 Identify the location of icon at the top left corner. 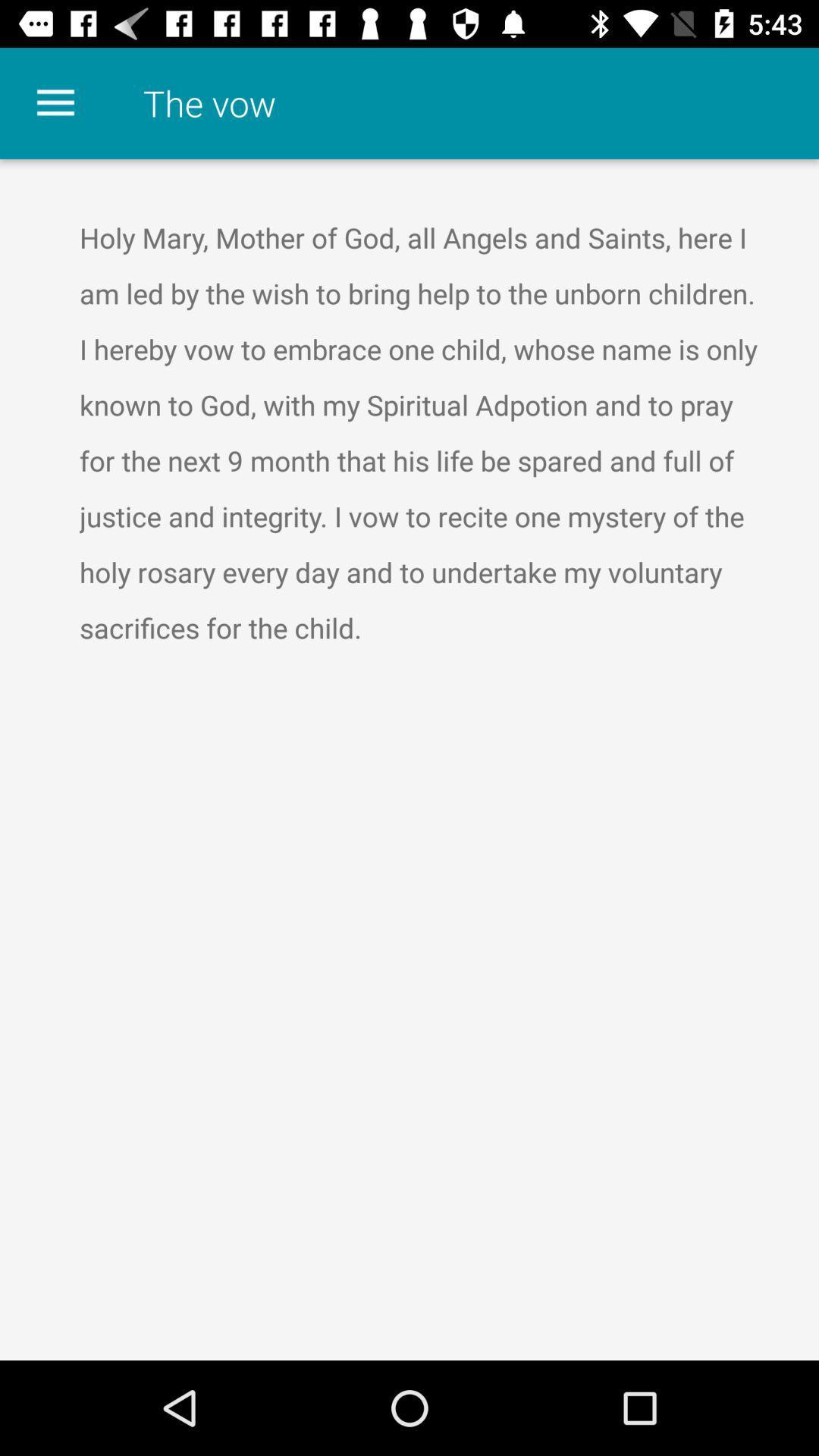
(55, 102).